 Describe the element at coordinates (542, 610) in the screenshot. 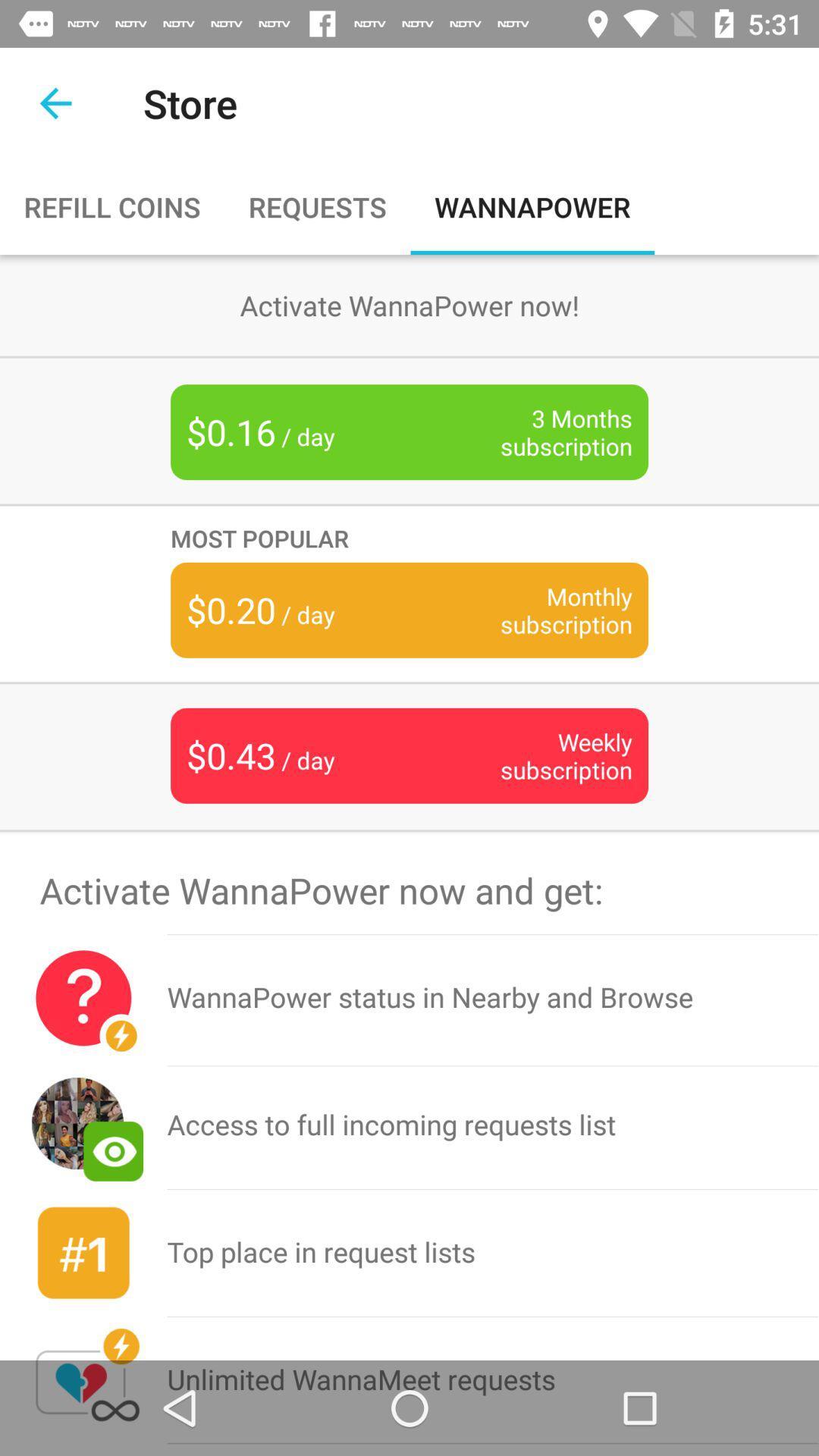

I see `the icon above the weekly subscription item` at that location.